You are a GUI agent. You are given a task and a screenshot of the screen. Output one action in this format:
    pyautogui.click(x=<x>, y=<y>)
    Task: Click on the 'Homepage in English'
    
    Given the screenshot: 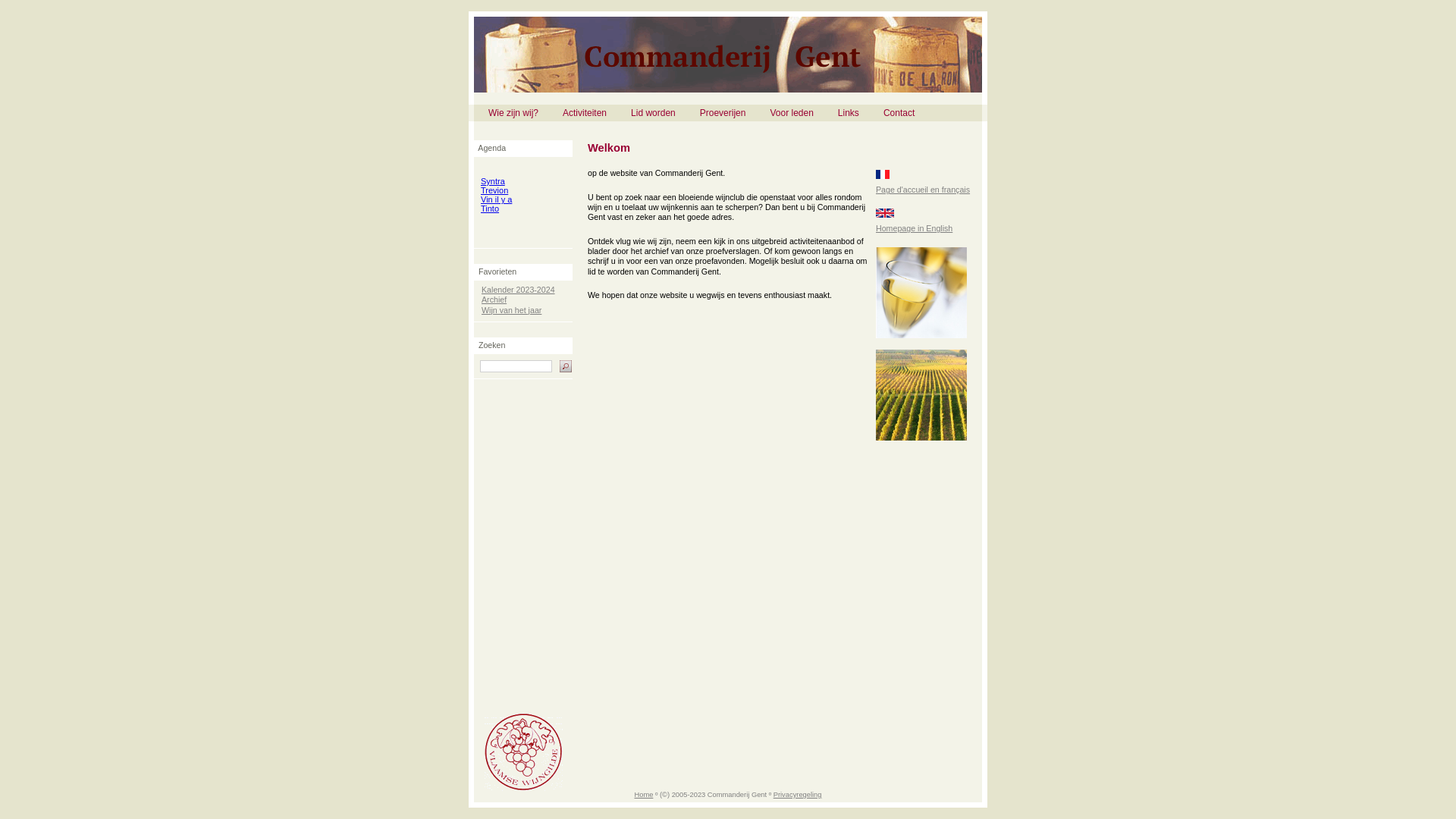 What is the action you would take?
    pyautogui.click(x=913, y=227)
    